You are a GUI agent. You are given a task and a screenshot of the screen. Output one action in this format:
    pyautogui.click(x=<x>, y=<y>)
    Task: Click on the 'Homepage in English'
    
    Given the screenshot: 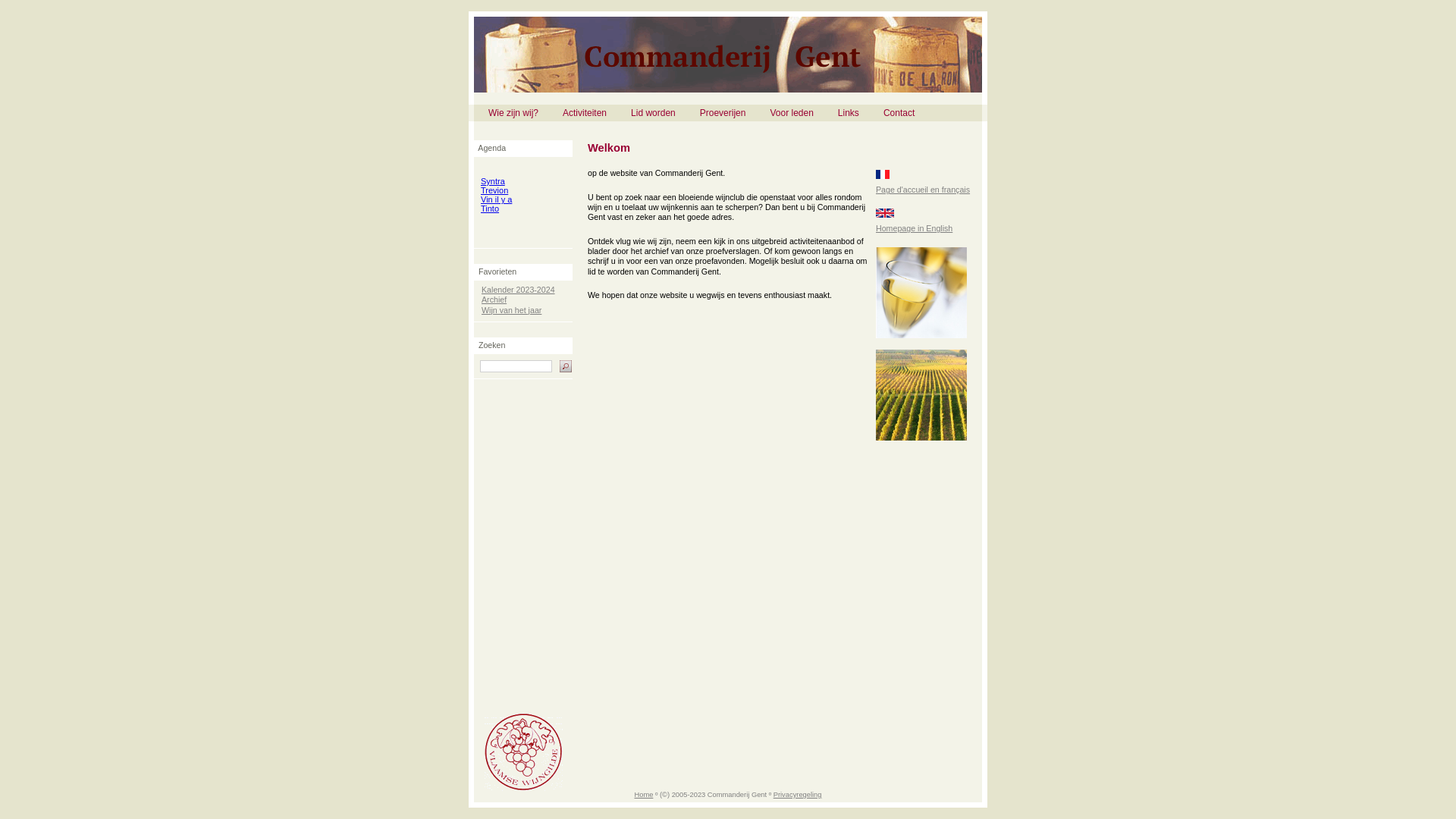 What is the action you would take?
    pyautogui.click(x=913, y=227)
    